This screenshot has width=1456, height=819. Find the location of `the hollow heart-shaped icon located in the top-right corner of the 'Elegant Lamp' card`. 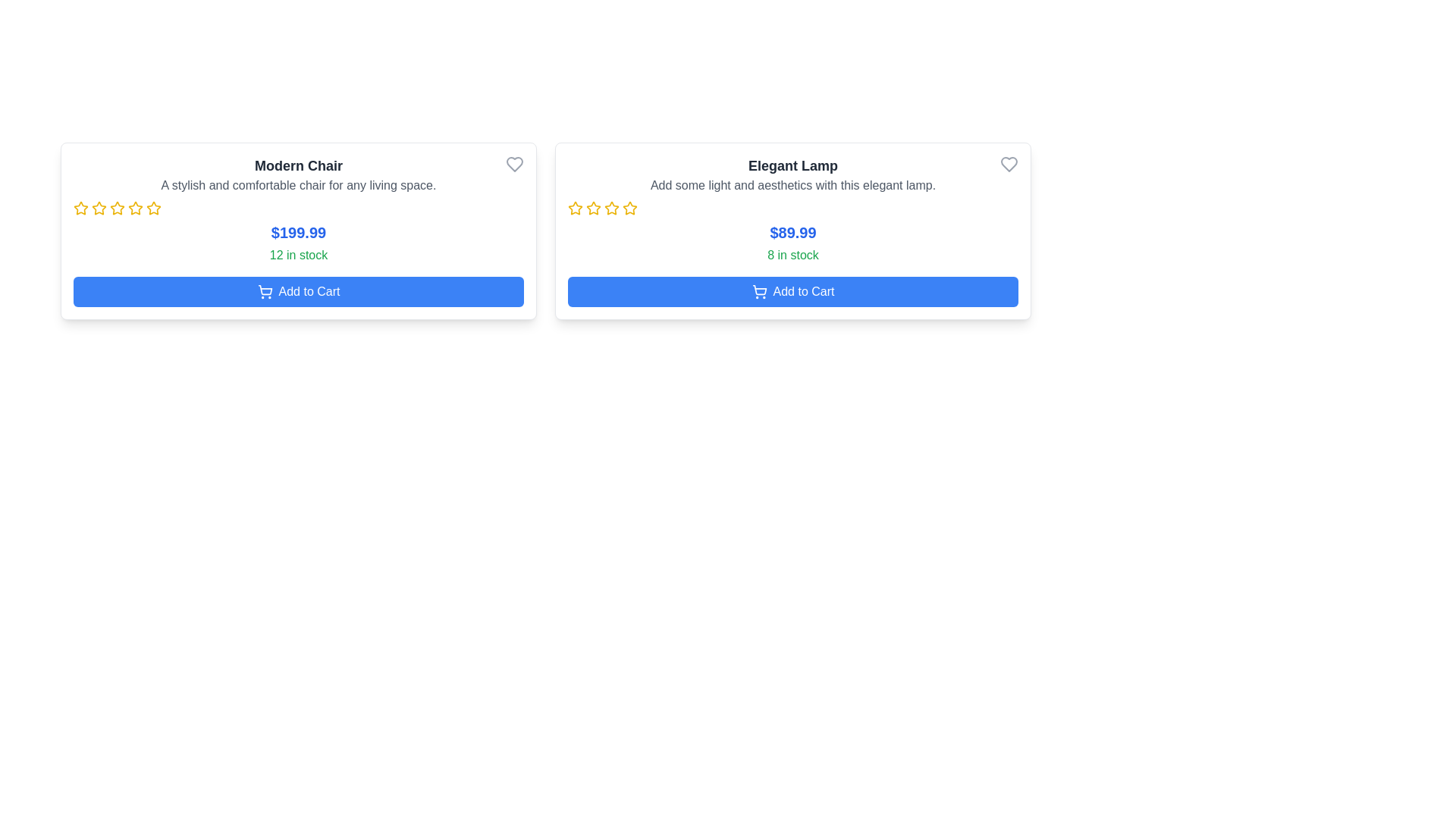

the hollow heart-shaped icon located in the top-right corner of the 'Elegant Lamp' card is located at coordinates (1009, 164).